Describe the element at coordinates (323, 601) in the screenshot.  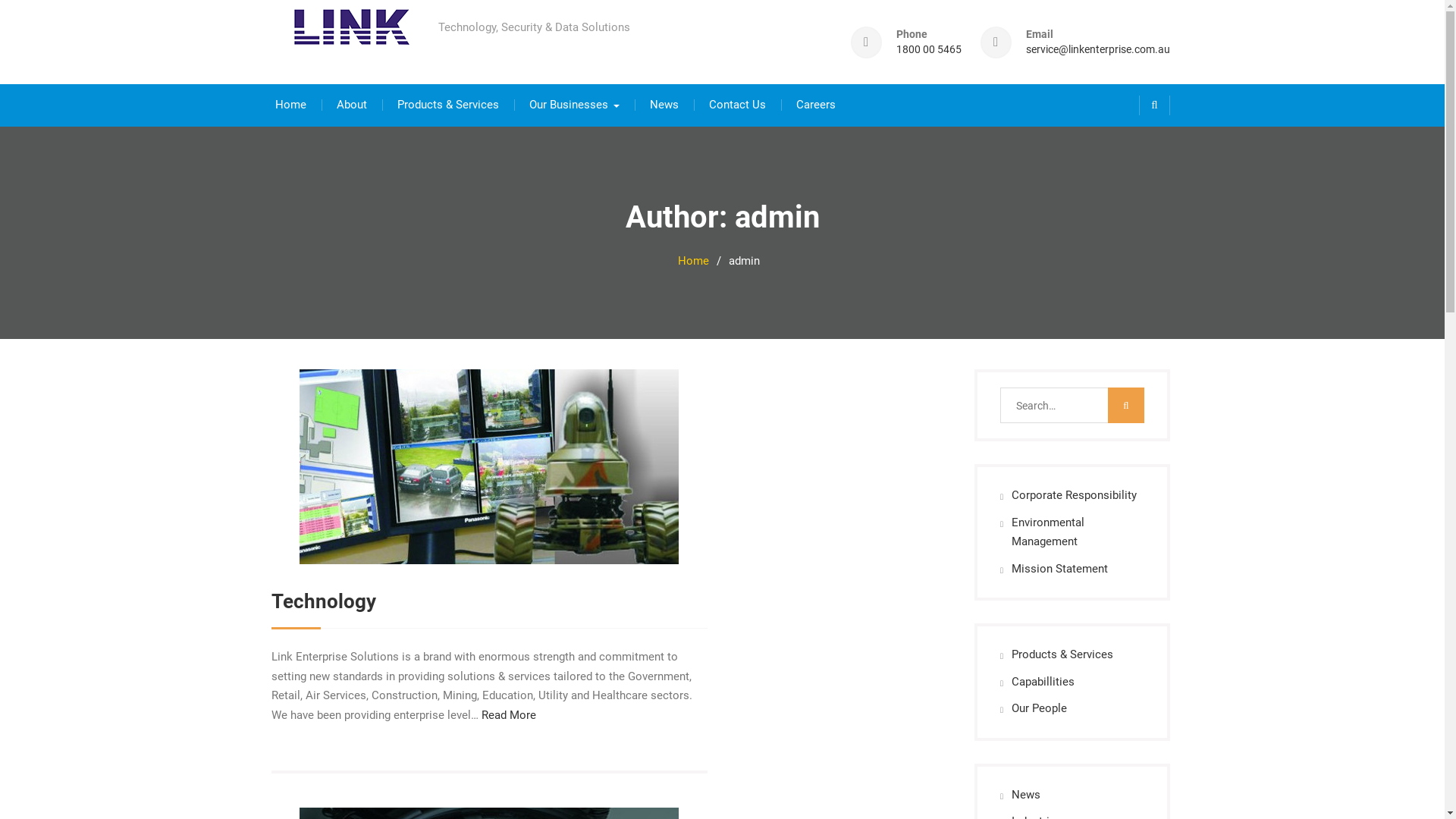
I see `'Technology'` at that location.